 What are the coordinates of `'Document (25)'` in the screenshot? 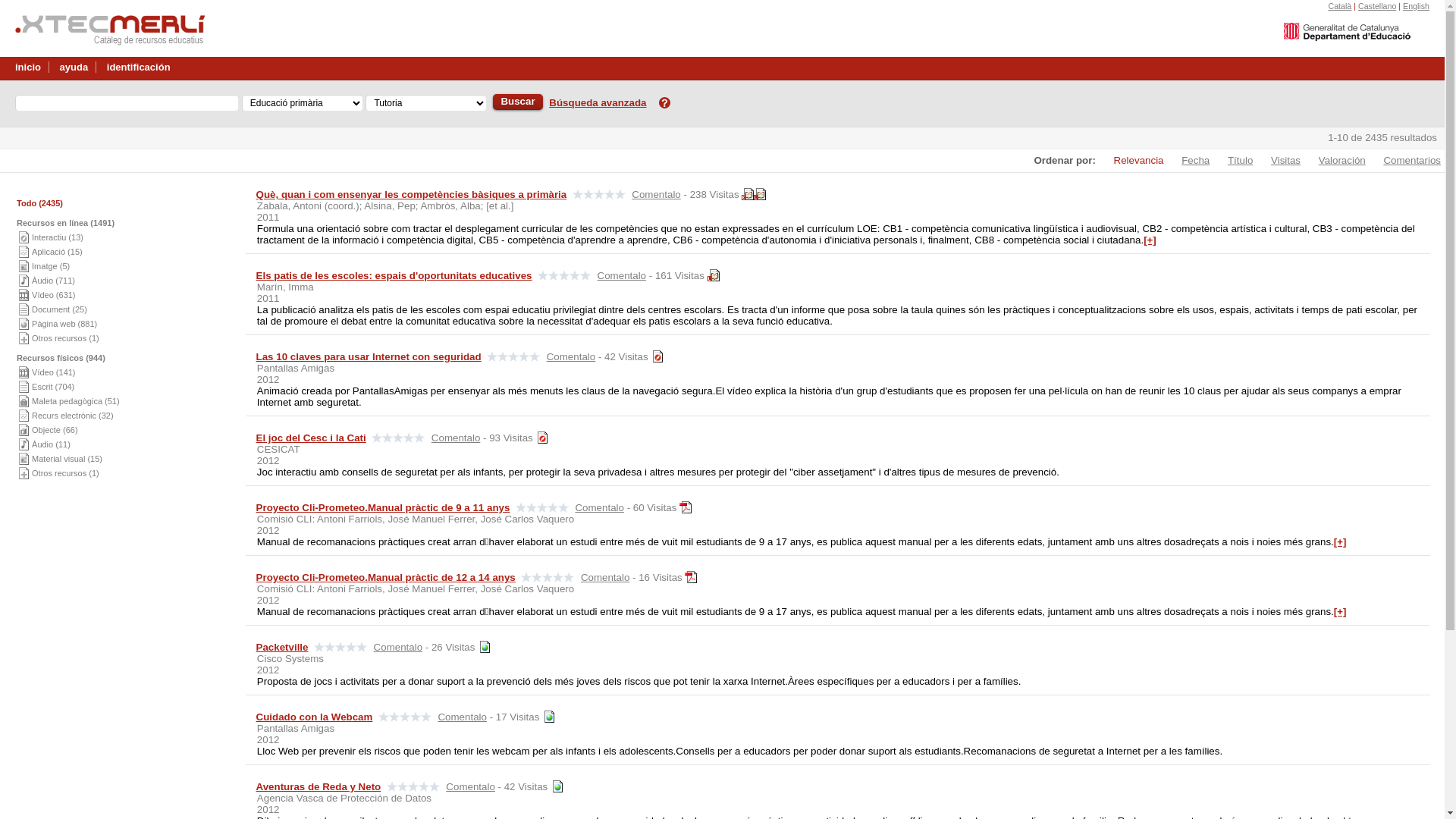 It's located at (59, 309).